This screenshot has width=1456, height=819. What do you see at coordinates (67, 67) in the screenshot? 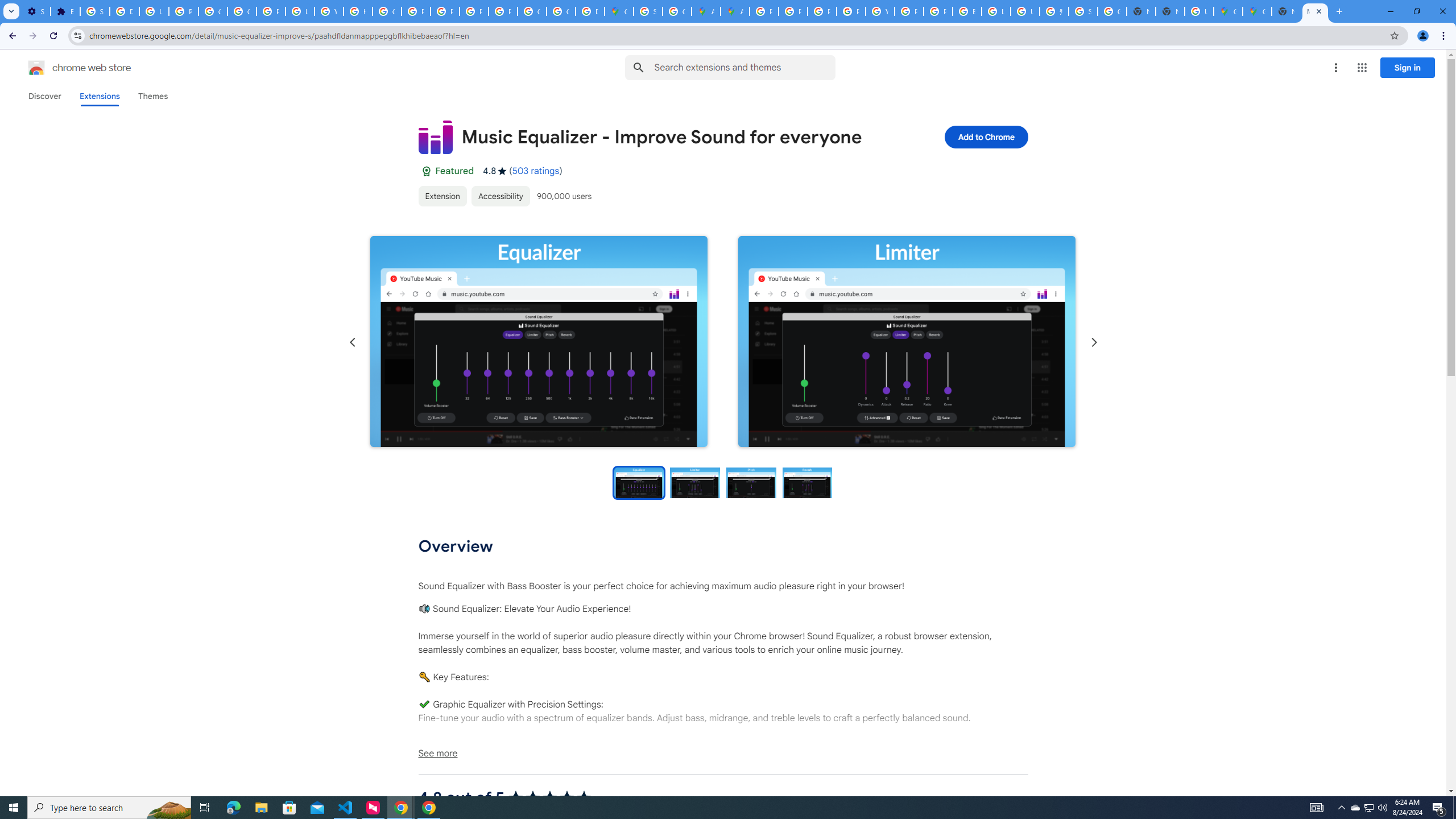
I see `'Chrome Web Store logo chrome web store'` at bounding box center [67, 67].